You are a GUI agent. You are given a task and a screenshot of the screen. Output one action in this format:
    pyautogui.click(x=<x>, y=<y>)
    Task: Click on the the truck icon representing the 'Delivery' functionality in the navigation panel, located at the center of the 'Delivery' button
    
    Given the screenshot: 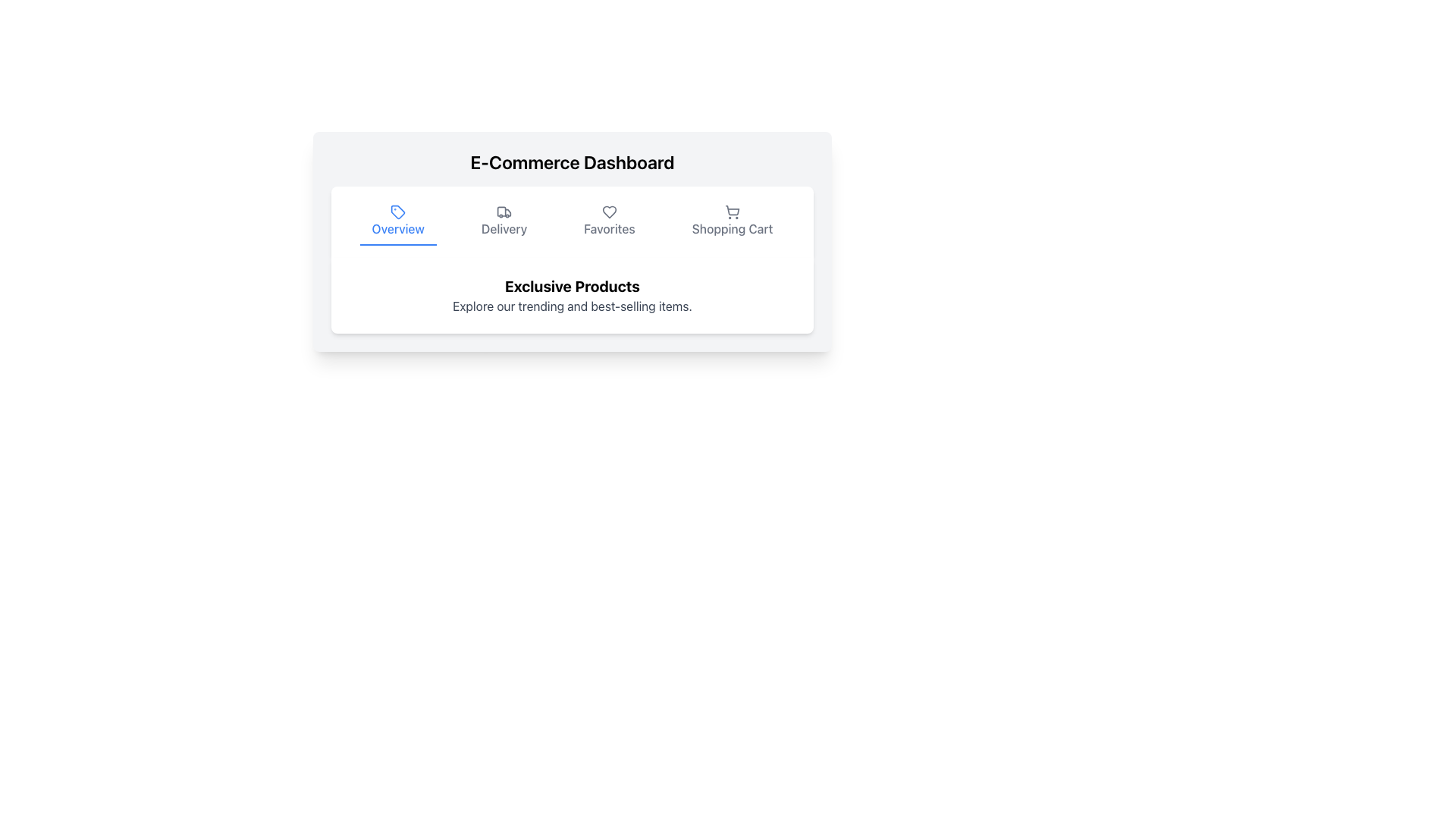 What is the action you would take?
    pyautogui.click(x=504, y=212)
    